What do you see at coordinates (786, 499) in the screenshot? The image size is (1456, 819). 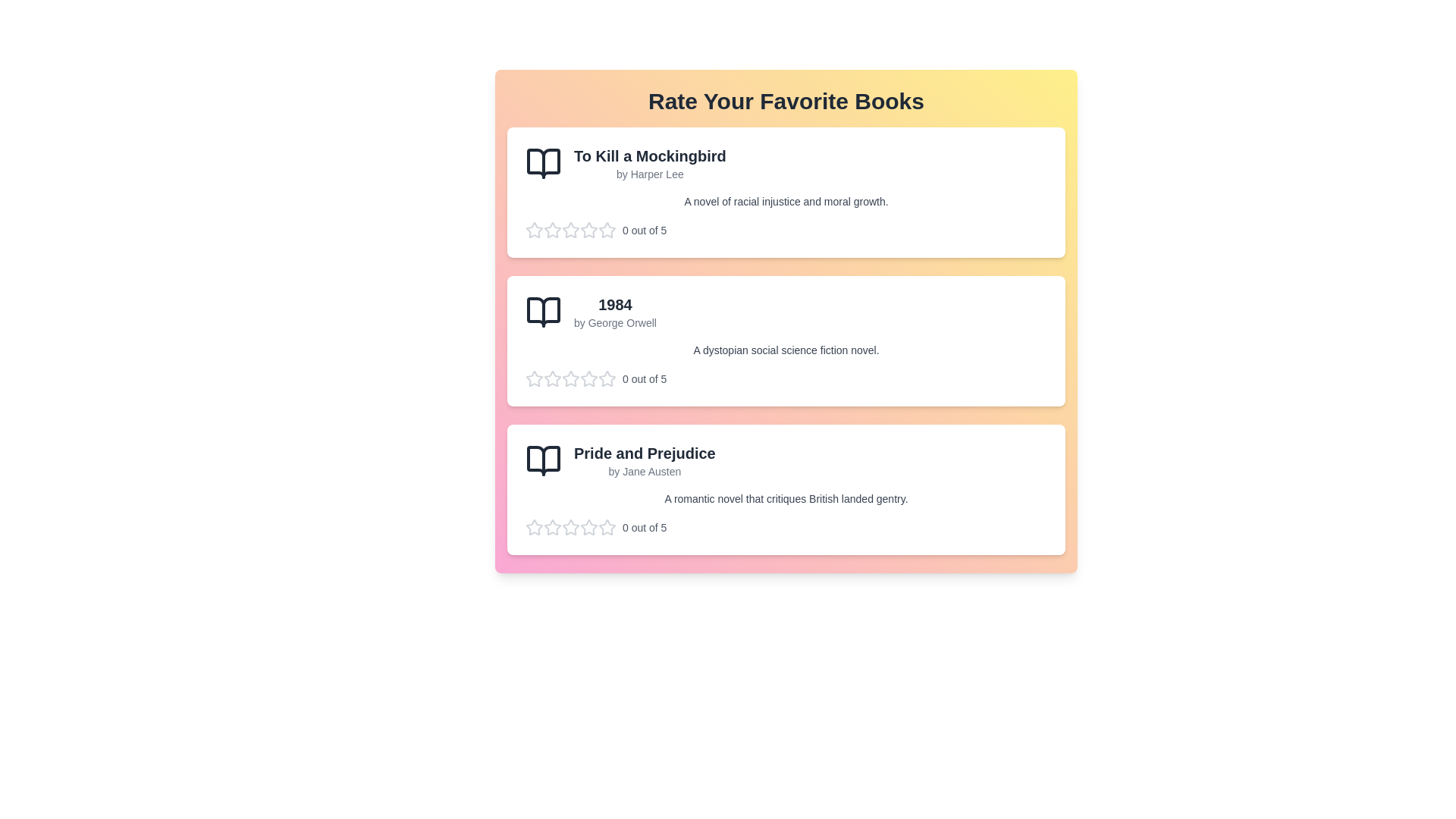 I see `the text block providing additional descriptive information about the book 'Pride and Prejudice', located below the title and author name within the third card element` at bounding box center [786, 499].